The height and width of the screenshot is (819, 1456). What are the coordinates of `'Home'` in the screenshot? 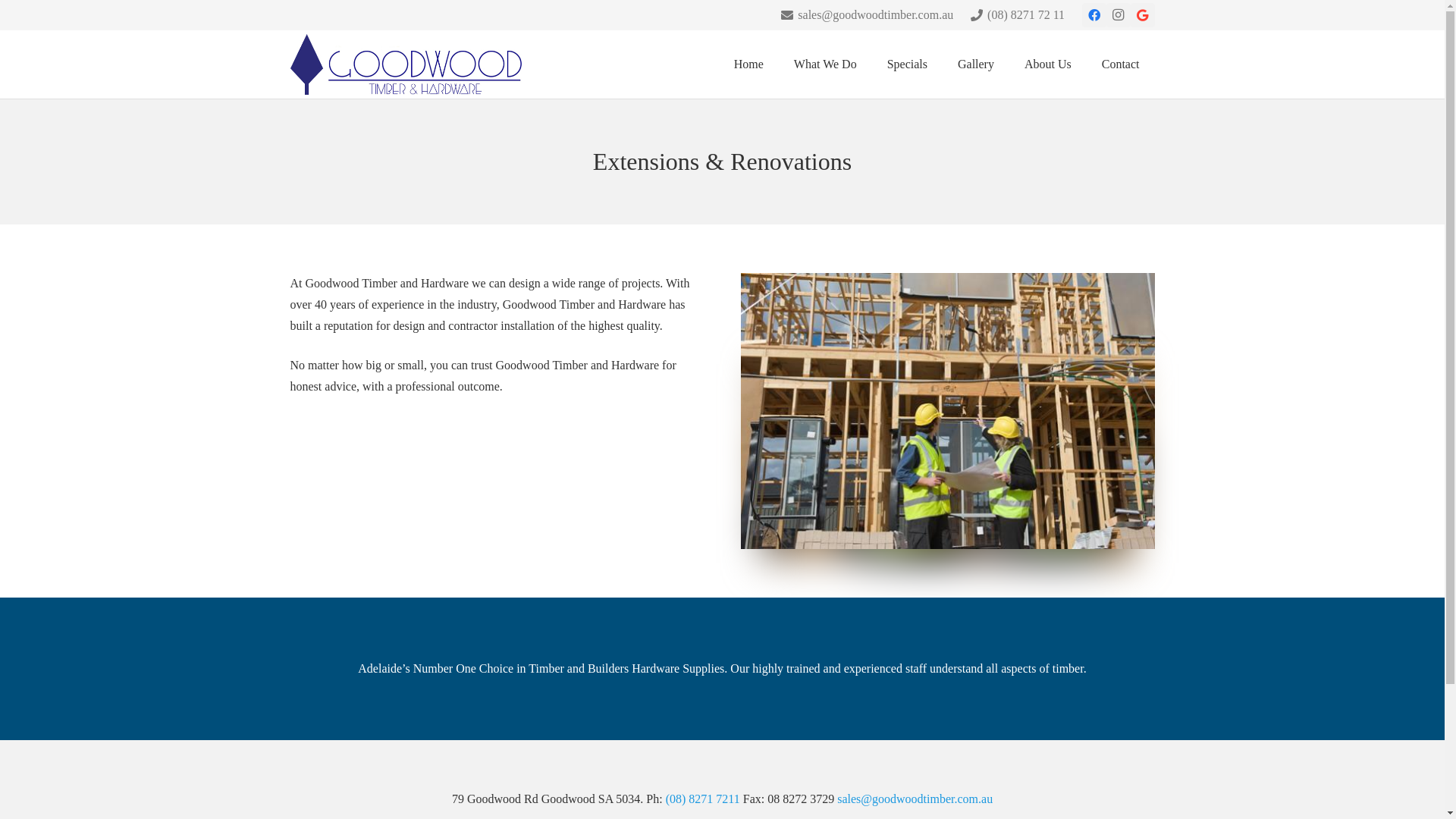 It's located at (748, 63).